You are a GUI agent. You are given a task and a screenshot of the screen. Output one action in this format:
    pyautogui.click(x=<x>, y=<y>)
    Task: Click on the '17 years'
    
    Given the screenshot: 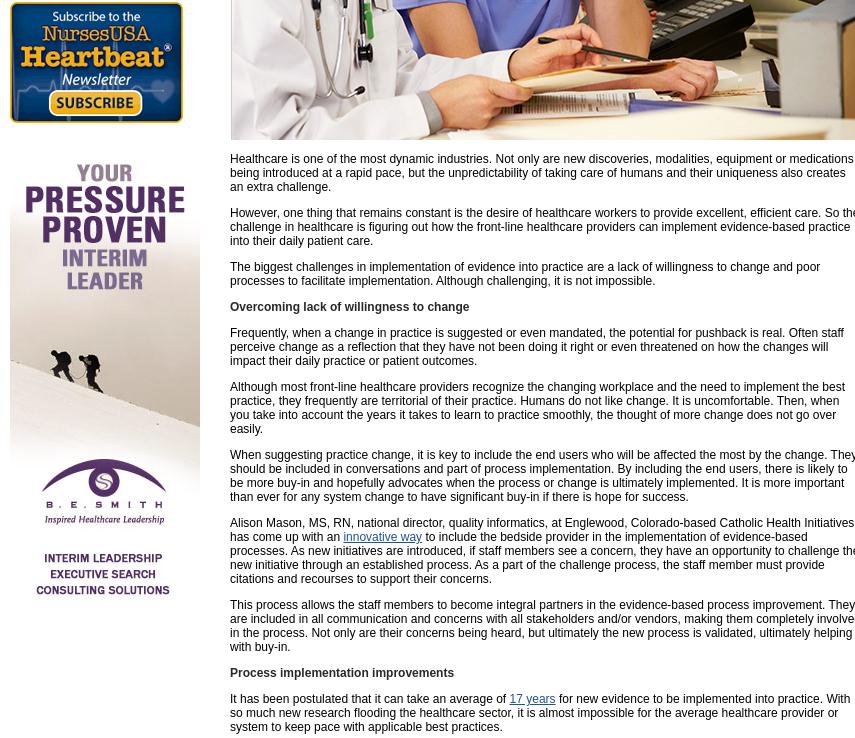 What is the action you would take?
    pyautogui.click(x=531, y=698)
    